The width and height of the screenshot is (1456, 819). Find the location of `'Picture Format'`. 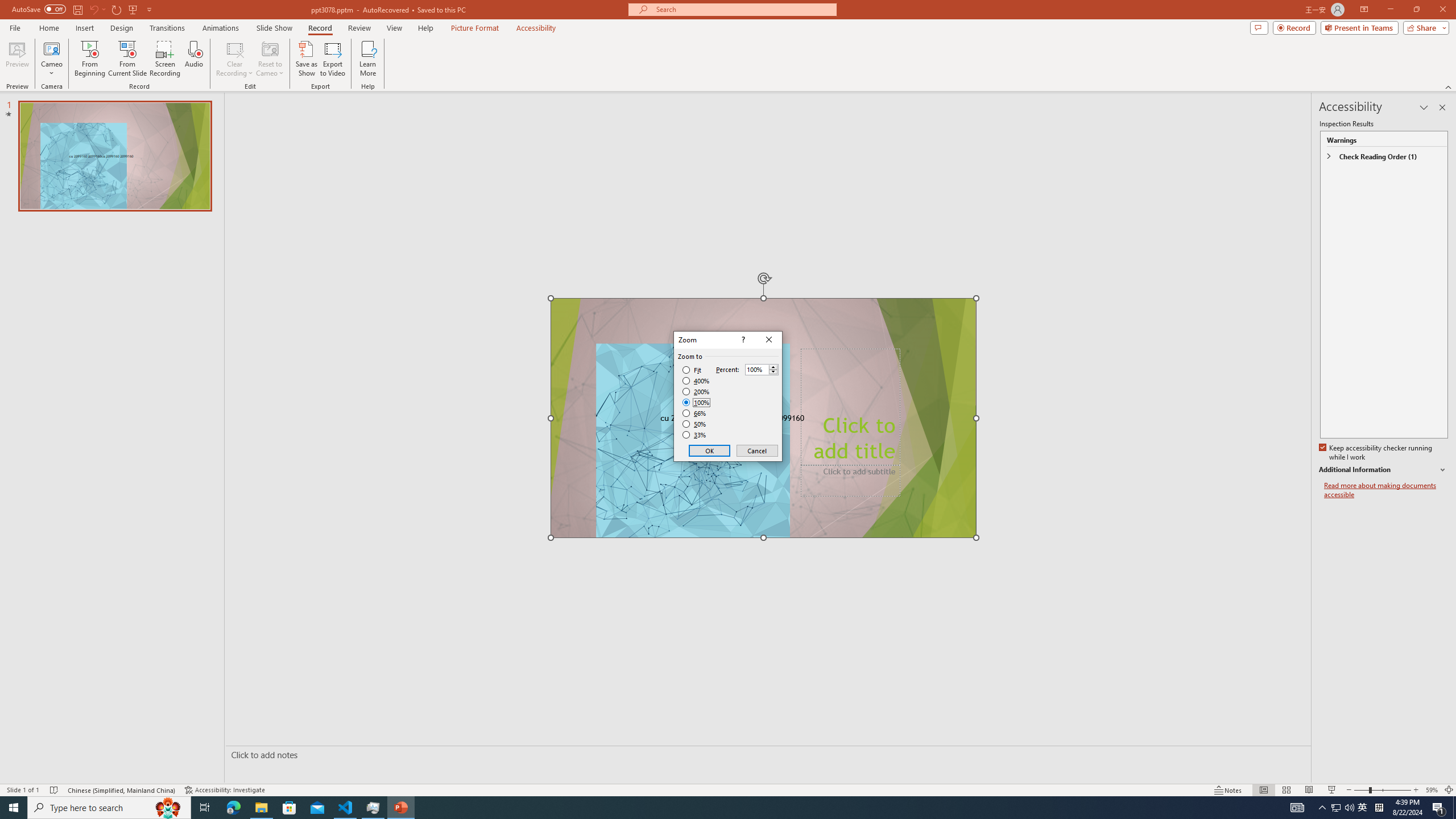

'Picture Format' is located at coordinates (475, 28).